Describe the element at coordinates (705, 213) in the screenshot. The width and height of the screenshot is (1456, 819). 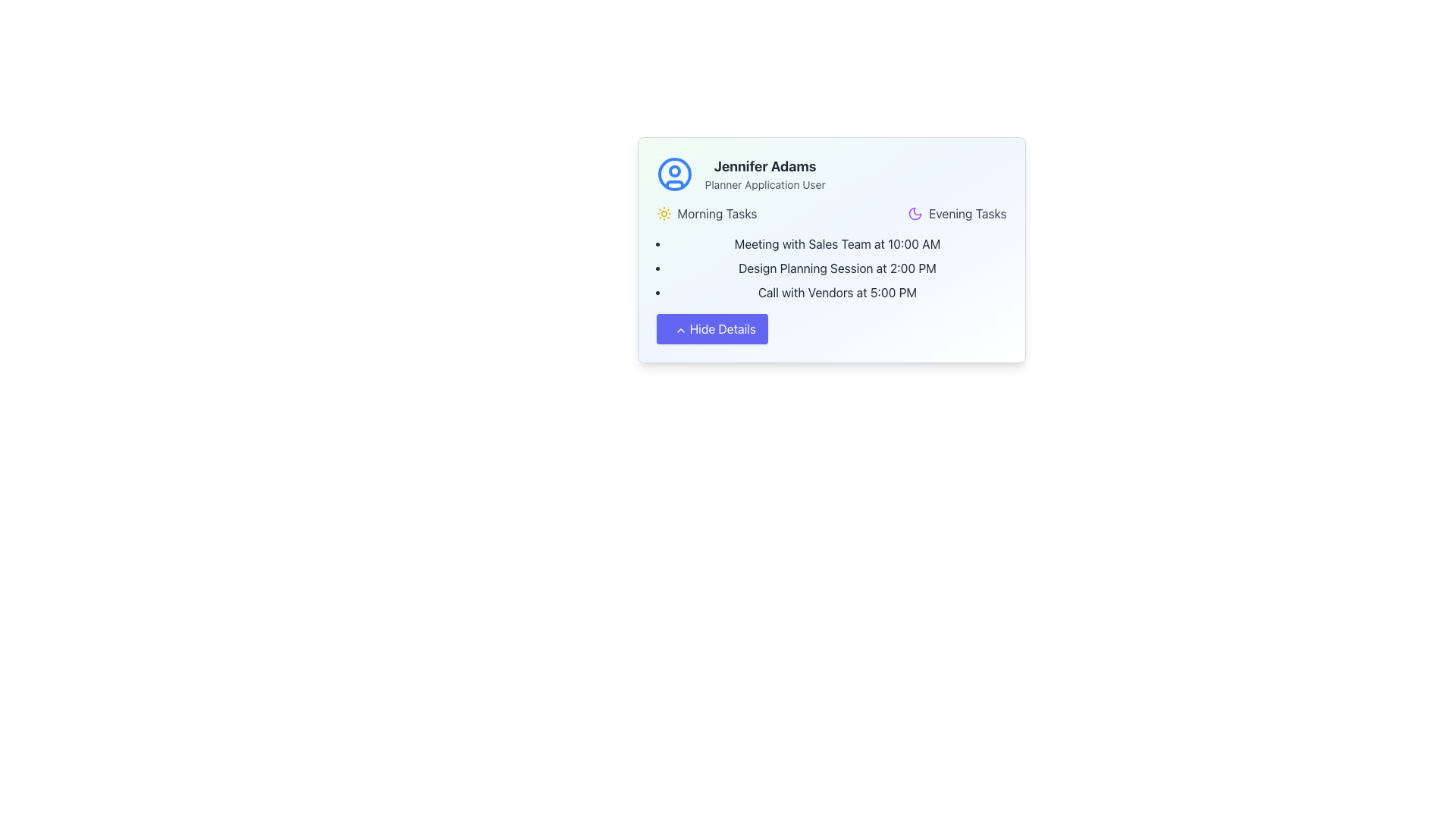
I see `the 'Morning Tasks' label with the sun icon for navigation in the top-left of the card interface` at that location.